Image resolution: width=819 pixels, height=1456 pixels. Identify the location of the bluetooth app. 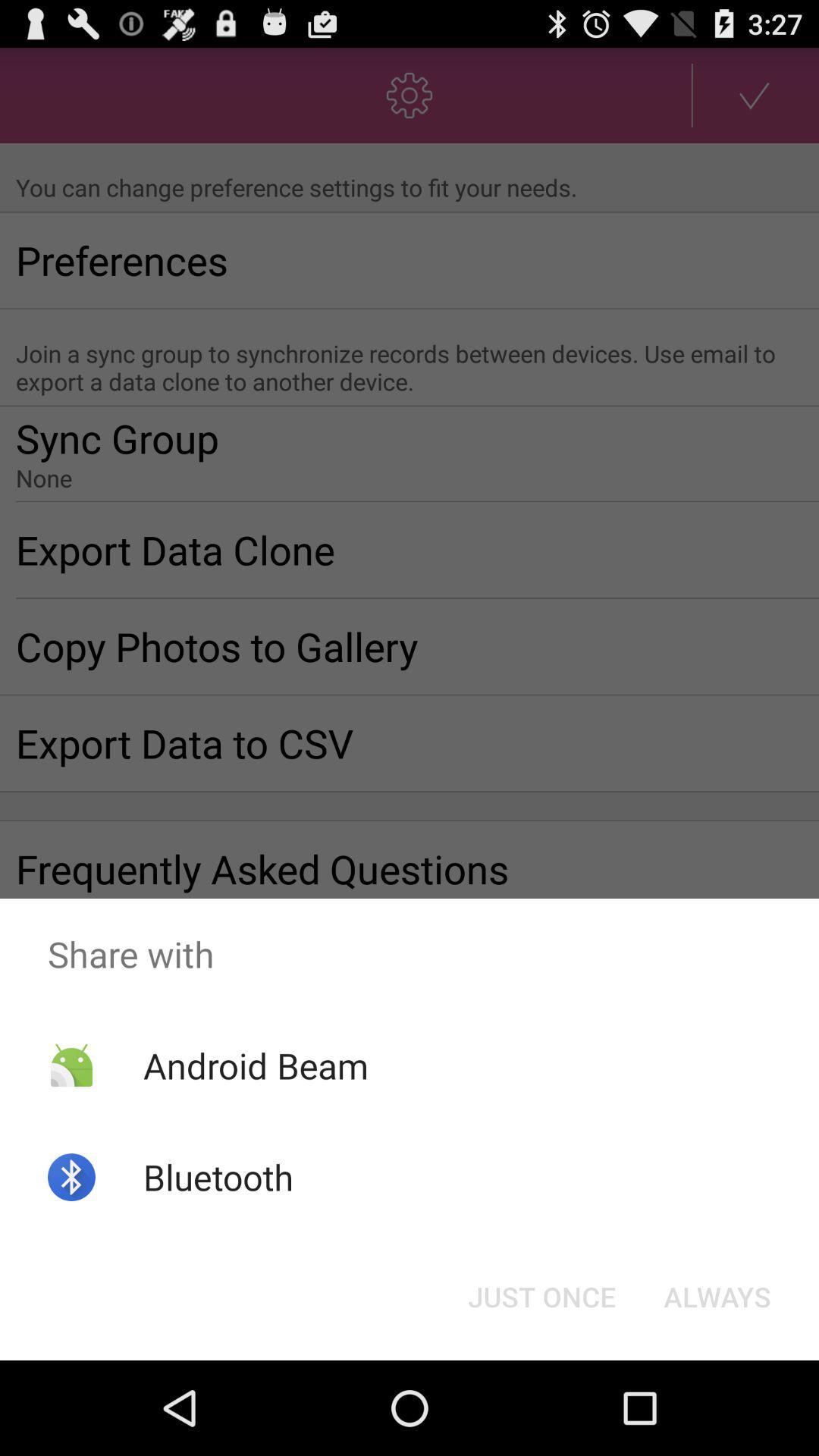
(218, 1176).